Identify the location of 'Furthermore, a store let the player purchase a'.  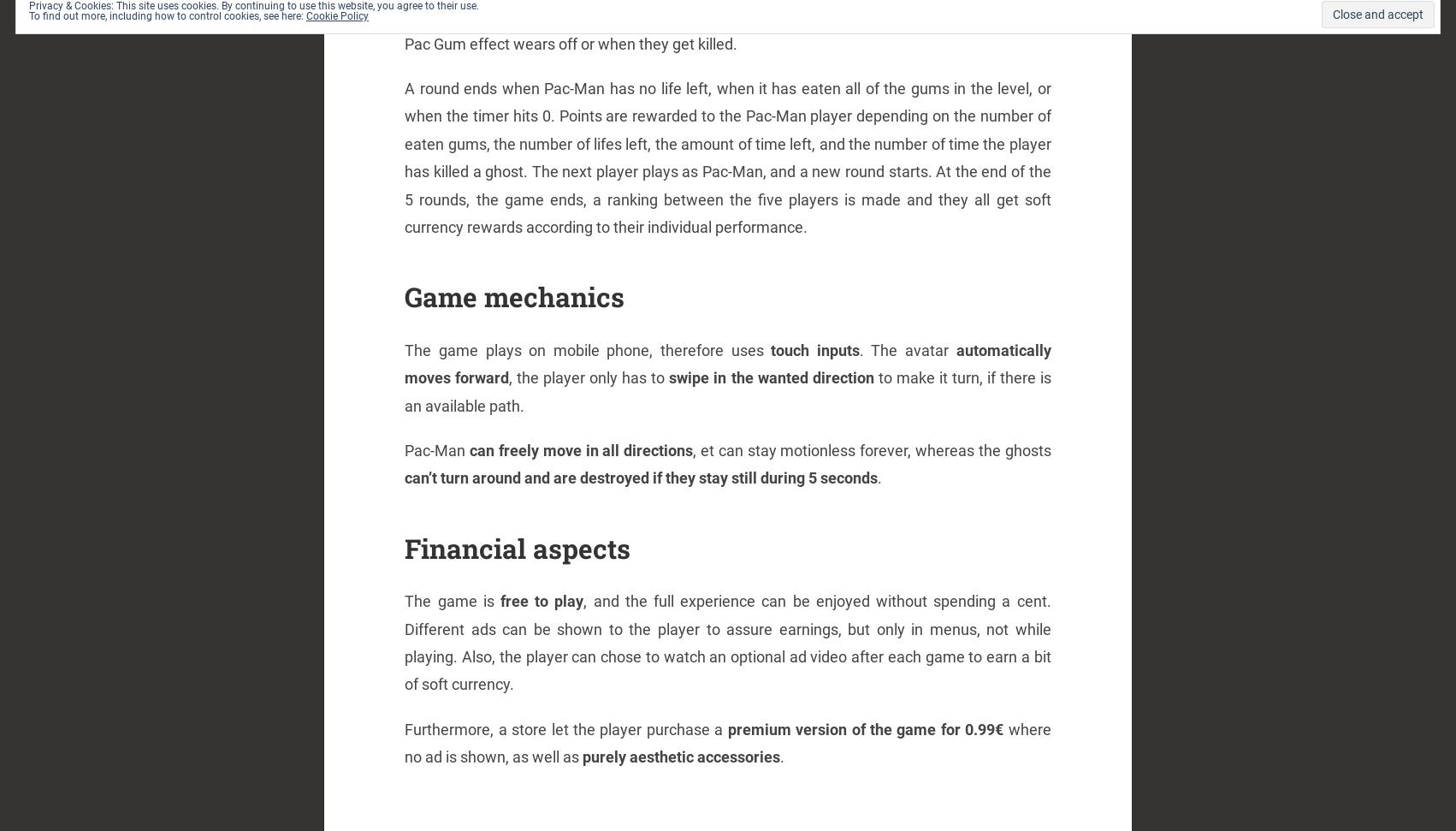
(565, 727).